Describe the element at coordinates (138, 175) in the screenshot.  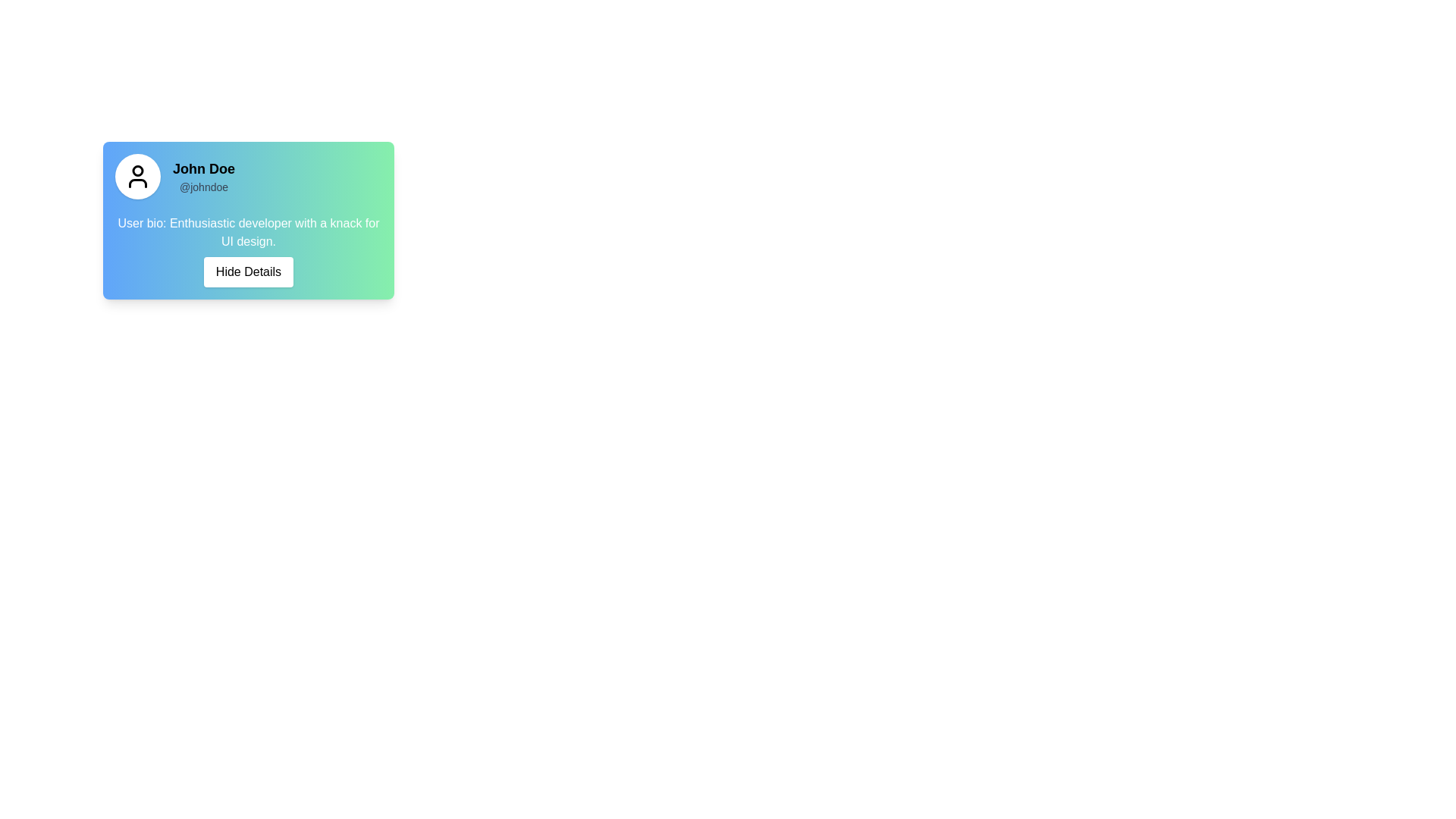
I see `the circular user Avatar Icon with a white background and black outlined illustration, located at the leftmost side of the profile card` at that location.